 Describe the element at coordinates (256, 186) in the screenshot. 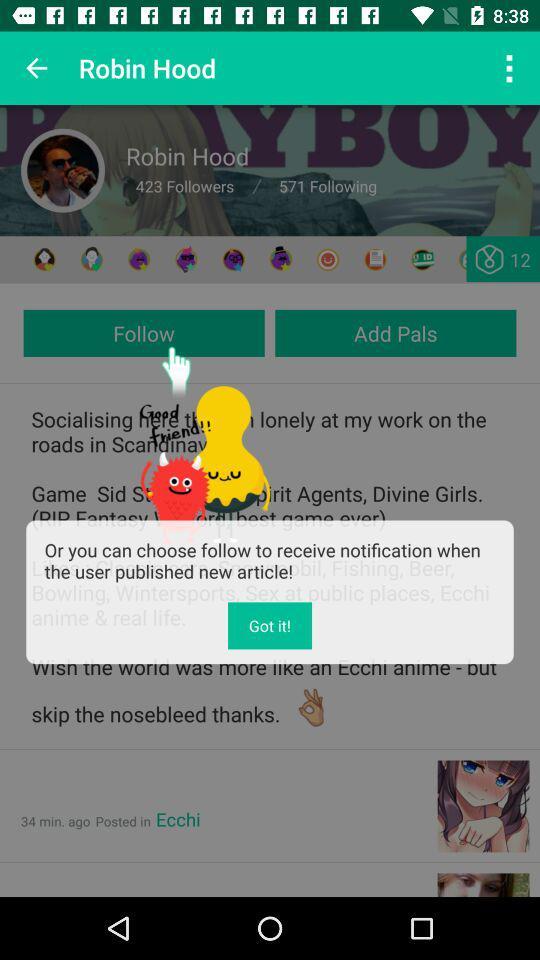

I see `which is after 423 followers on the page` at that location.